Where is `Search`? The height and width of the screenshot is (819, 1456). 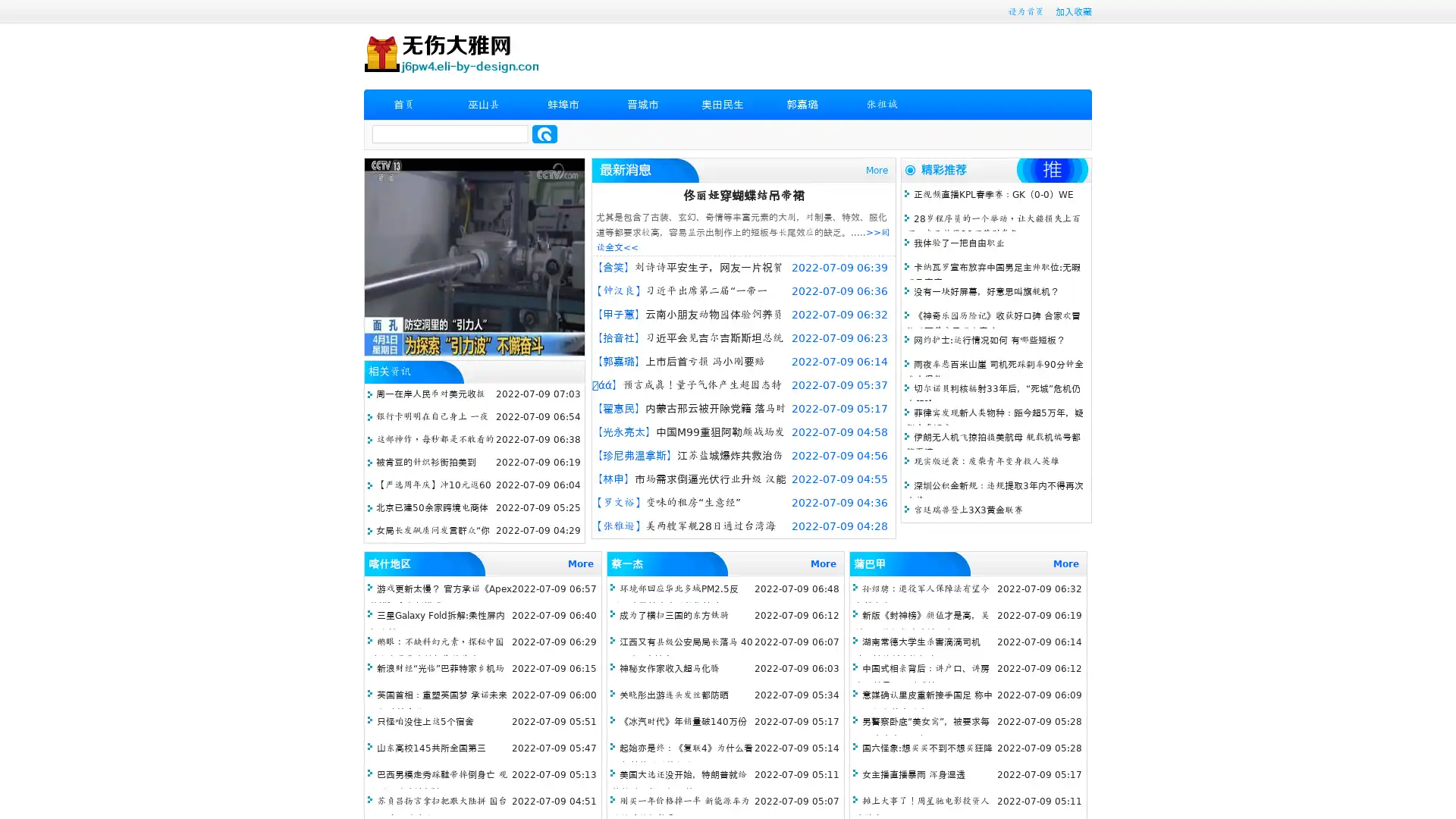 Search is located at coordinates (544, 133).